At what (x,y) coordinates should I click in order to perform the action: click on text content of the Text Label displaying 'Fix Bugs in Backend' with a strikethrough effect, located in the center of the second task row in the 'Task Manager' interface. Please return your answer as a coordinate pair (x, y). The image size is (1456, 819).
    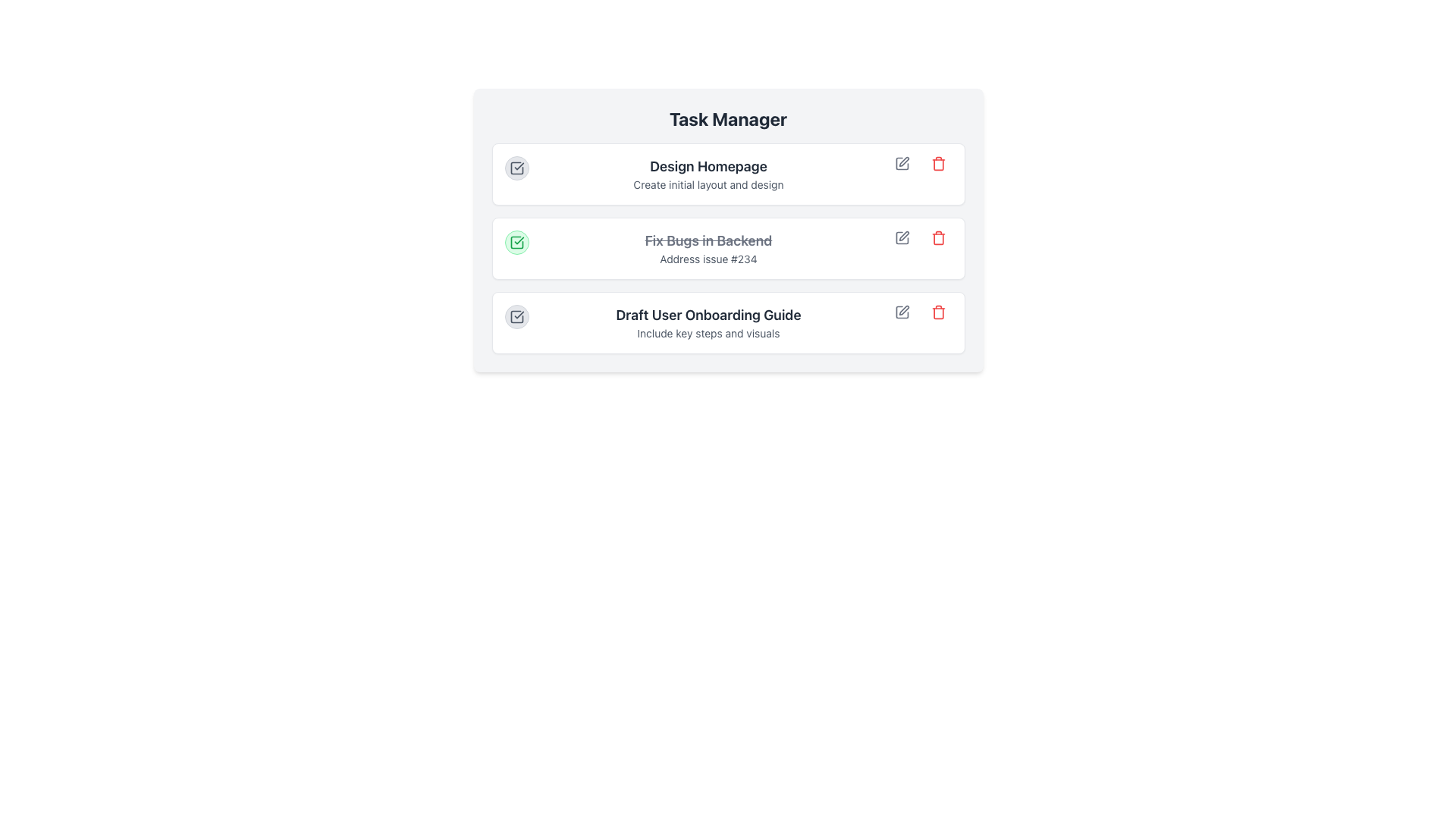
    Looking at the image, I should click on (708, 240).